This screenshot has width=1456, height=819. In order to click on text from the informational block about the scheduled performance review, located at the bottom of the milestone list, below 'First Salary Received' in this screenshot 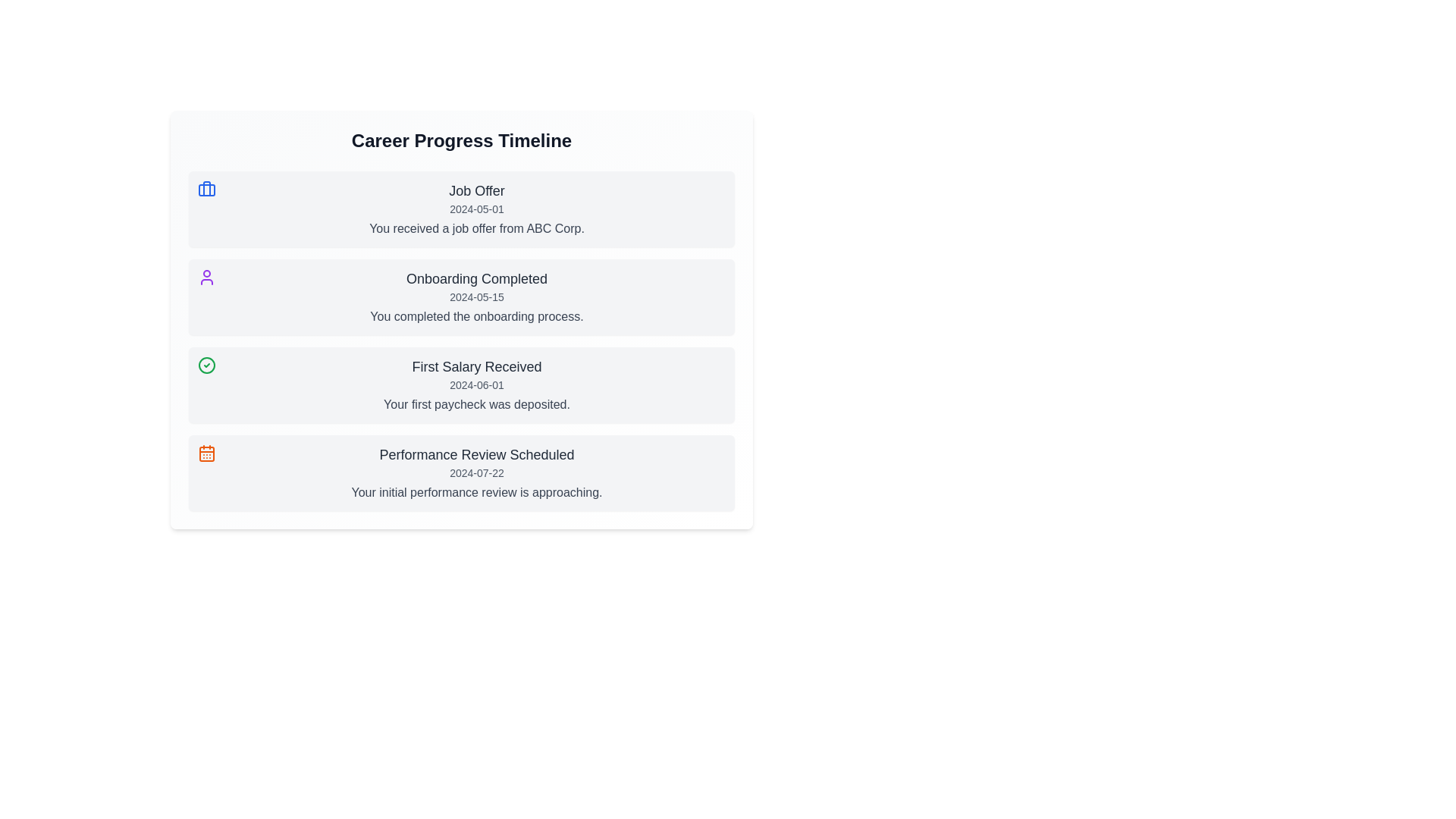, I will do `click(475, 472)`.